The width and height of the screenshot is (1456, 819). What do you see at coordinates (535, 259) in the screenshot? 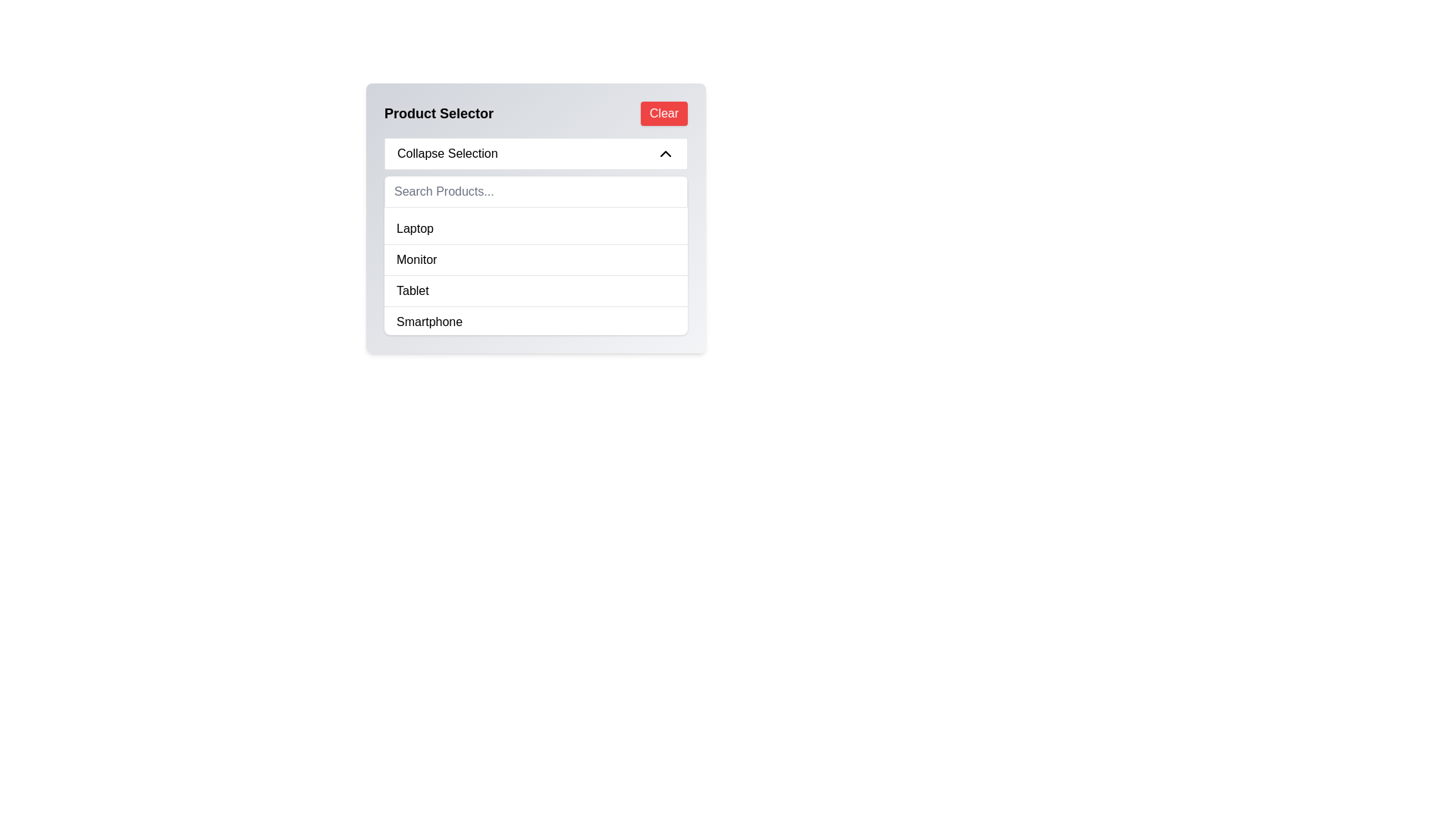
I see `the 'Monitor' option in the product selection menu` at bounding box center [535, 259].